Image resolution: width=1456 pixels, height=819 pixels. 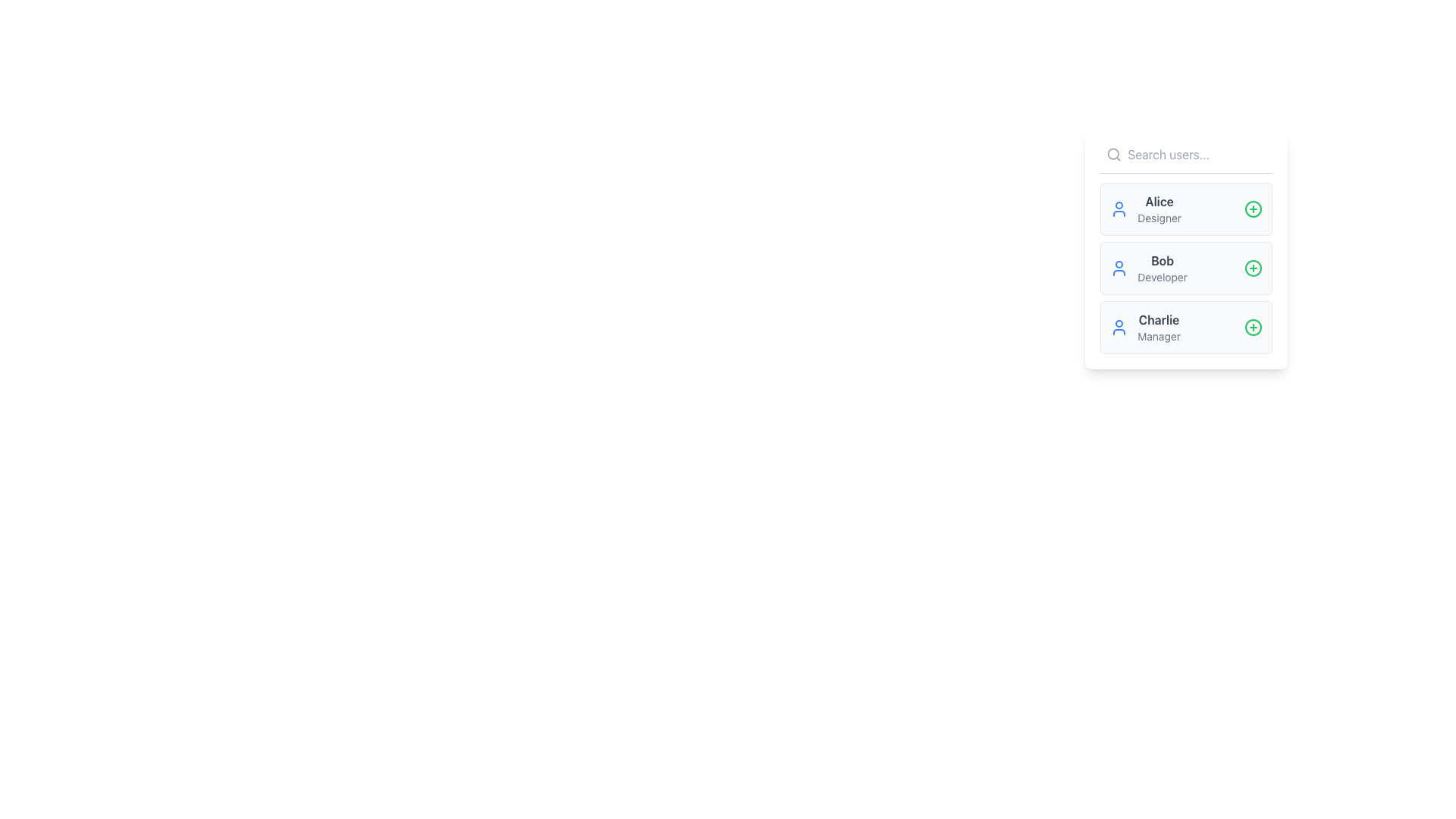 I want to click on the action button associated with the user 'Alice' to receive feedback, so click(x=1253, y=209).